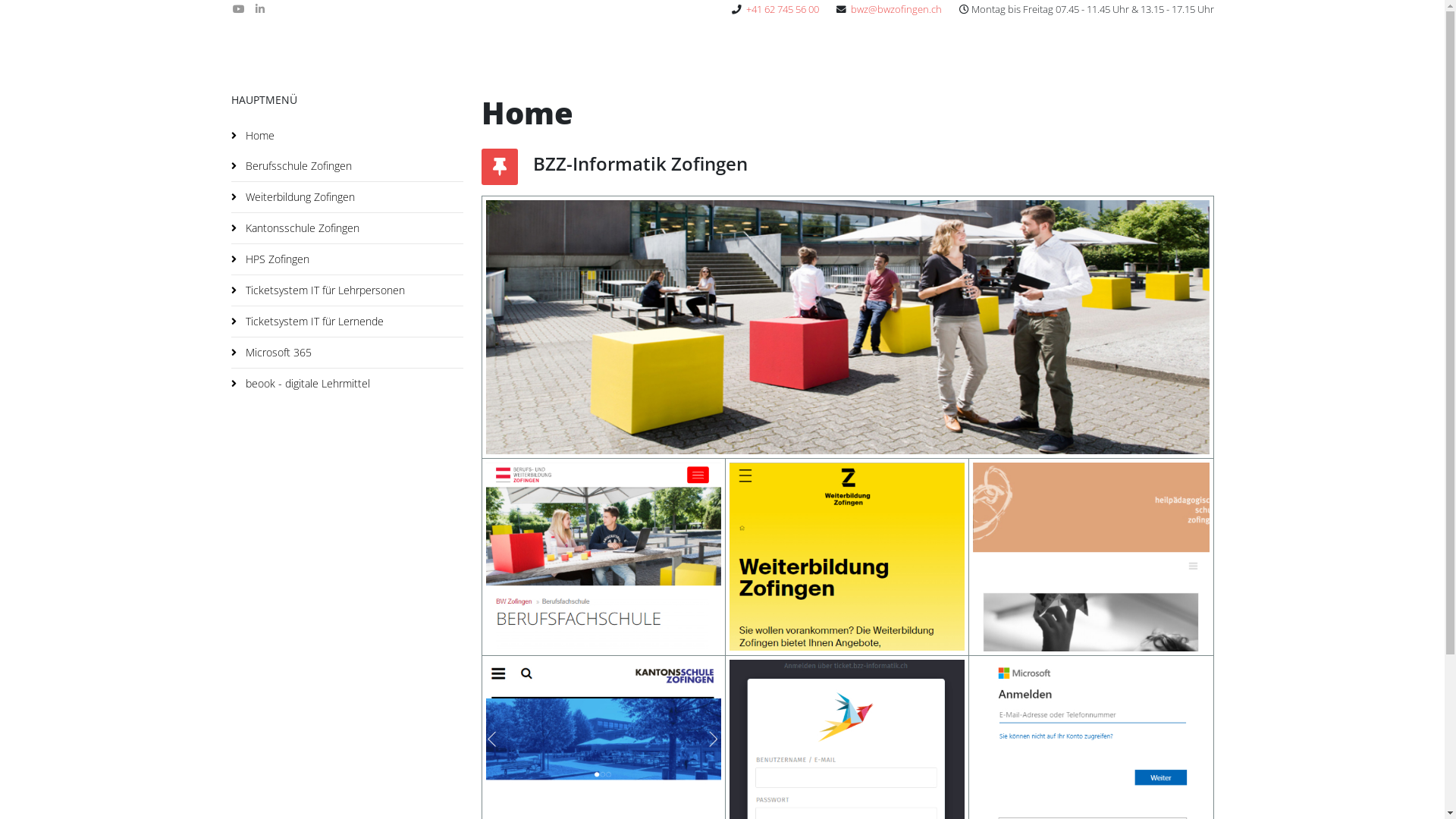  I want to click on '+41 62 745 56 00', so click(783, 9).